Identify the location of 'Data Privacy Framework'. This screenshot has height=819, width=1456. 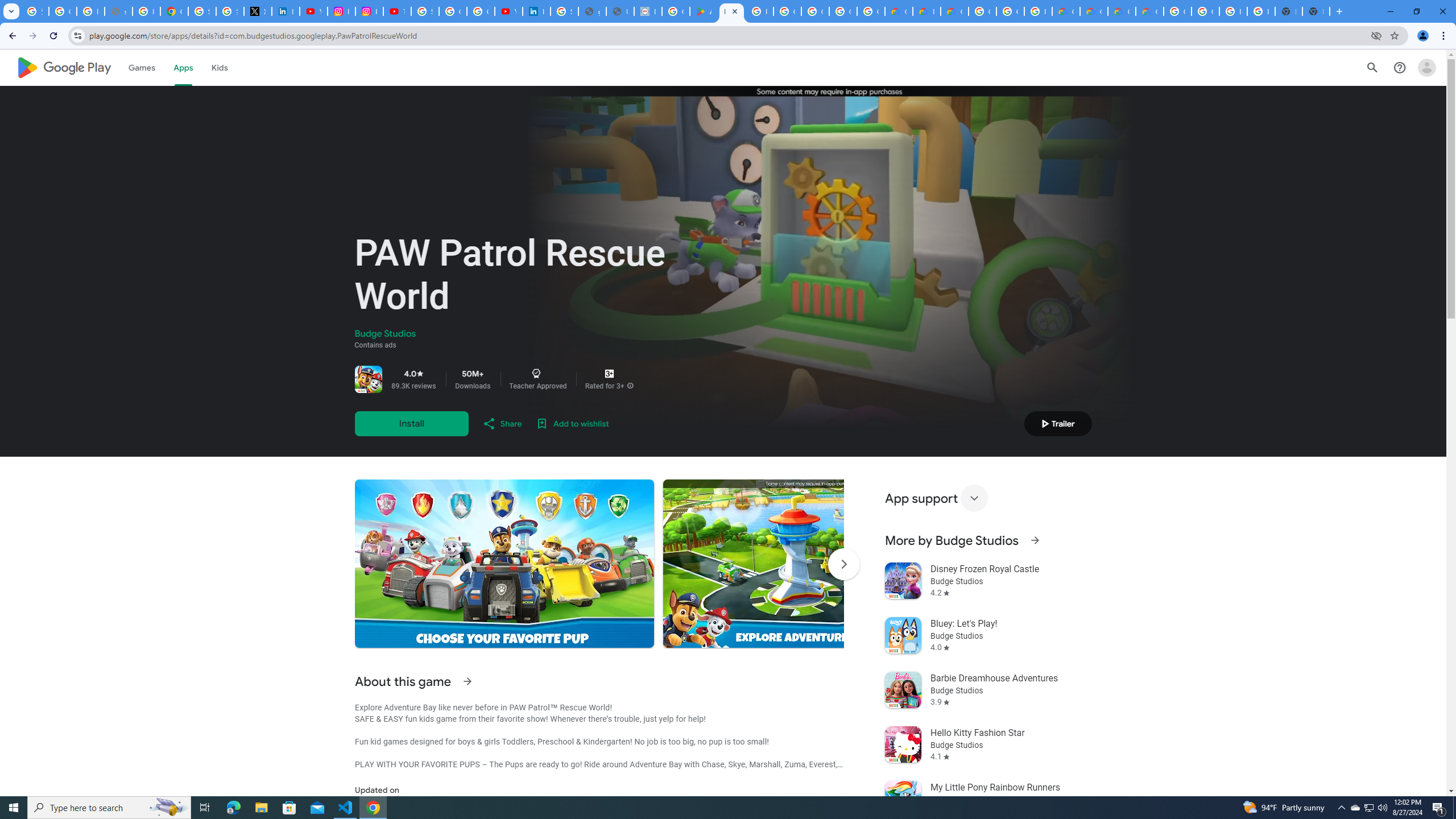
(647, 11).